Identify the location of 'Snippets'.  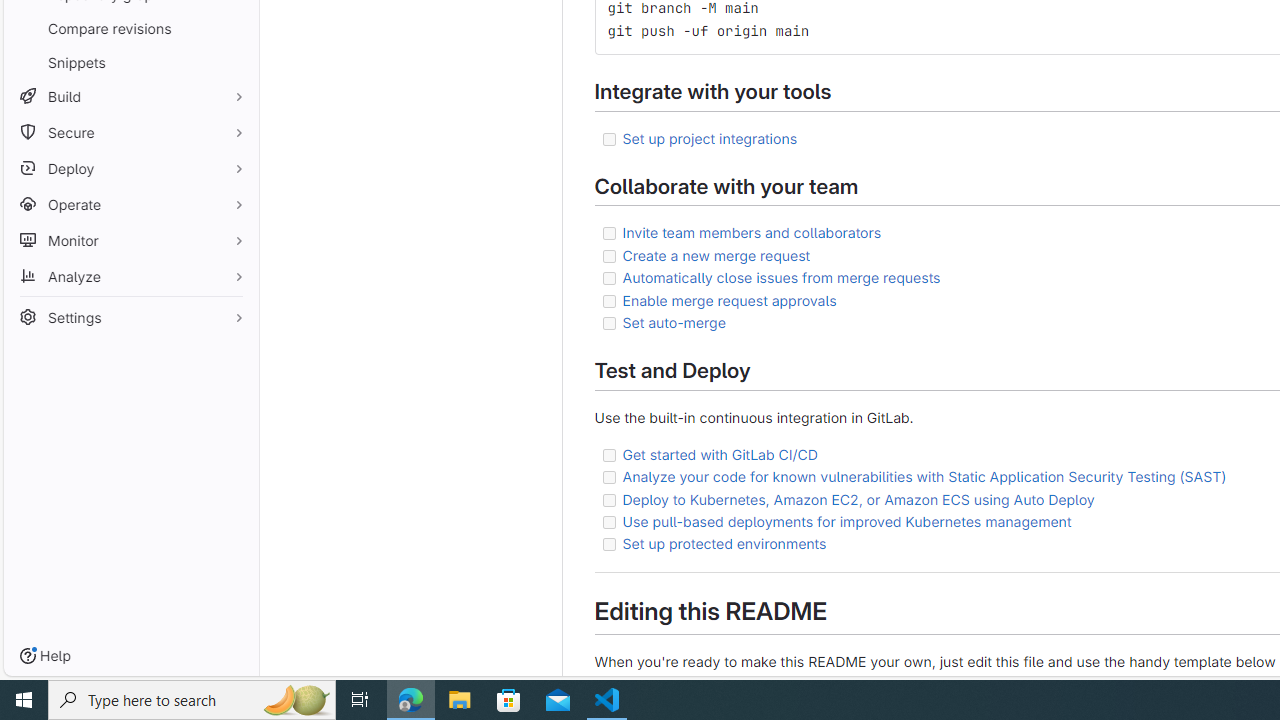
(130, 61).